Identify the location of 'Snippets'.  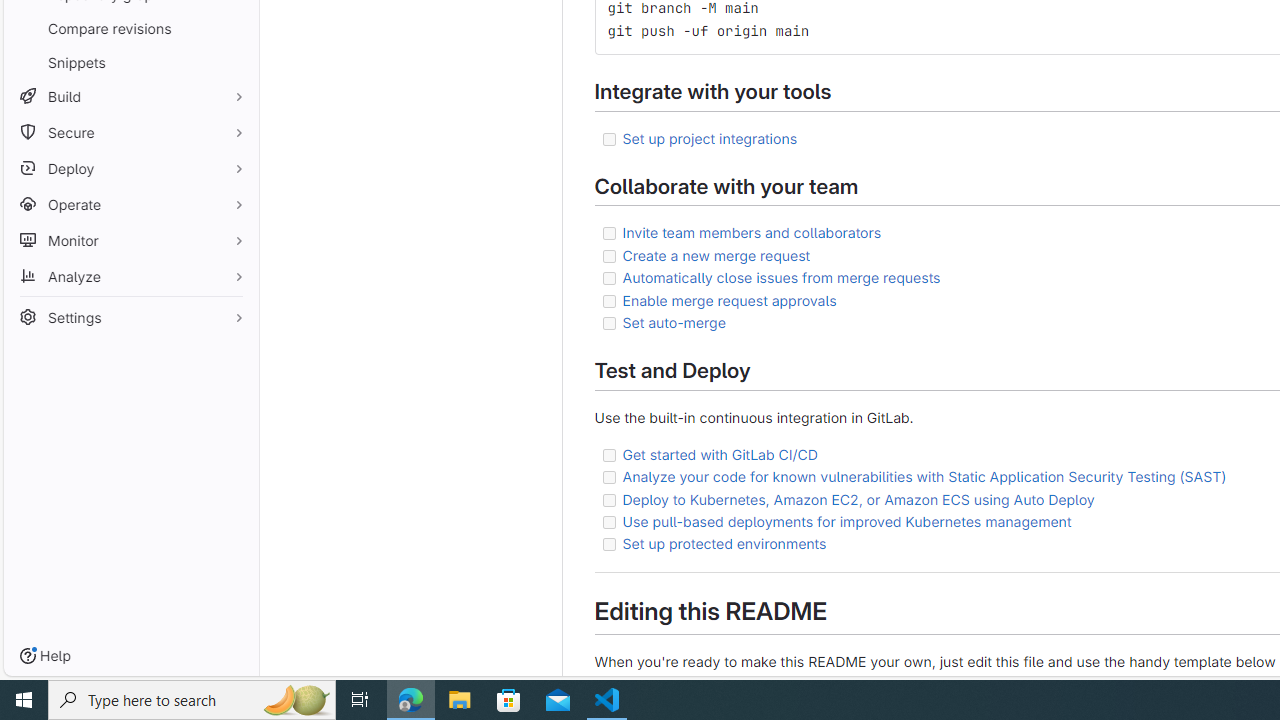
(130, 61).